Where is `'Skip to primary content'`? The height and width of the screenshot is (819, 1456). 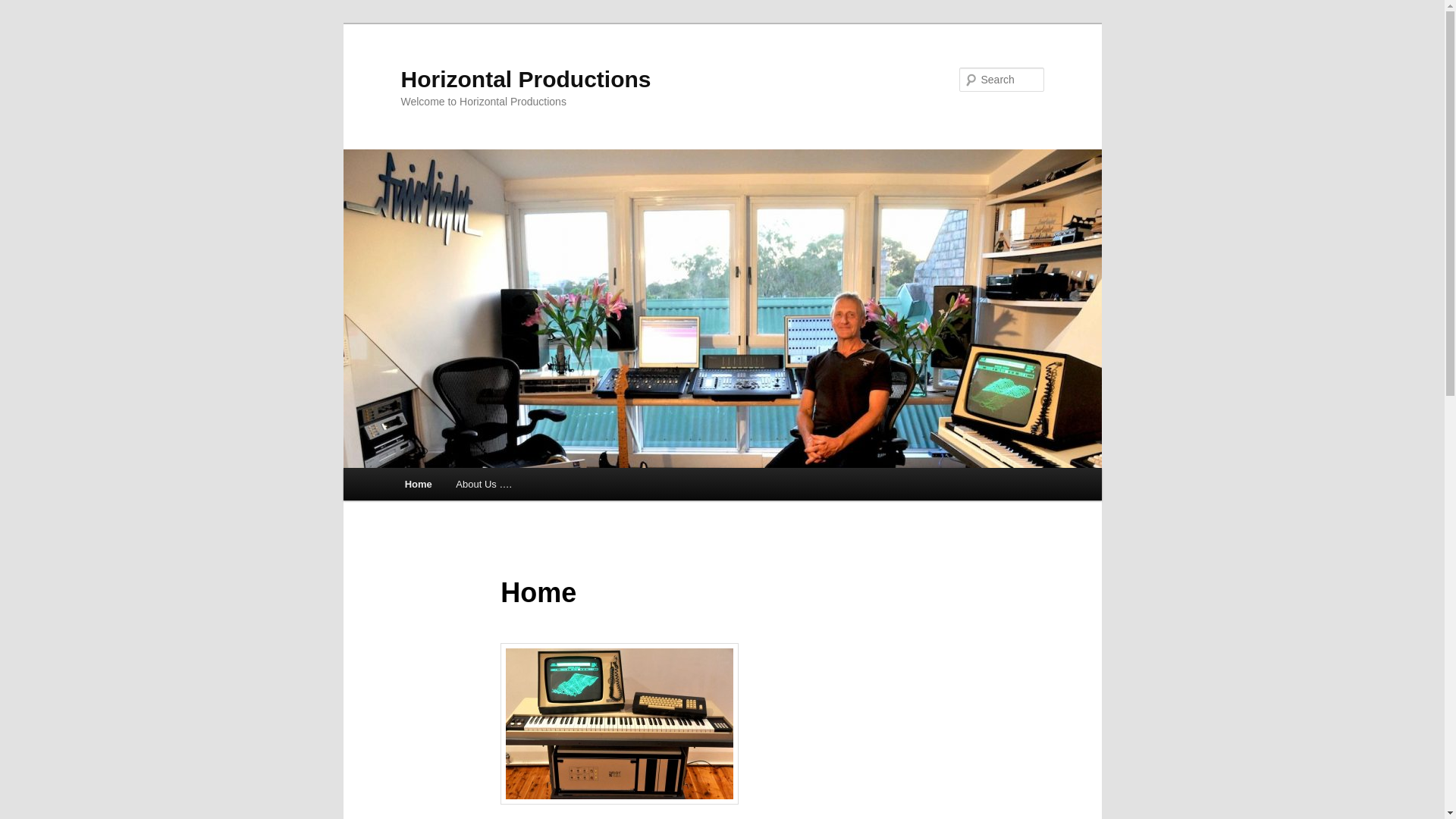
'Skip to primary content' is located at coordinates (472, 486).